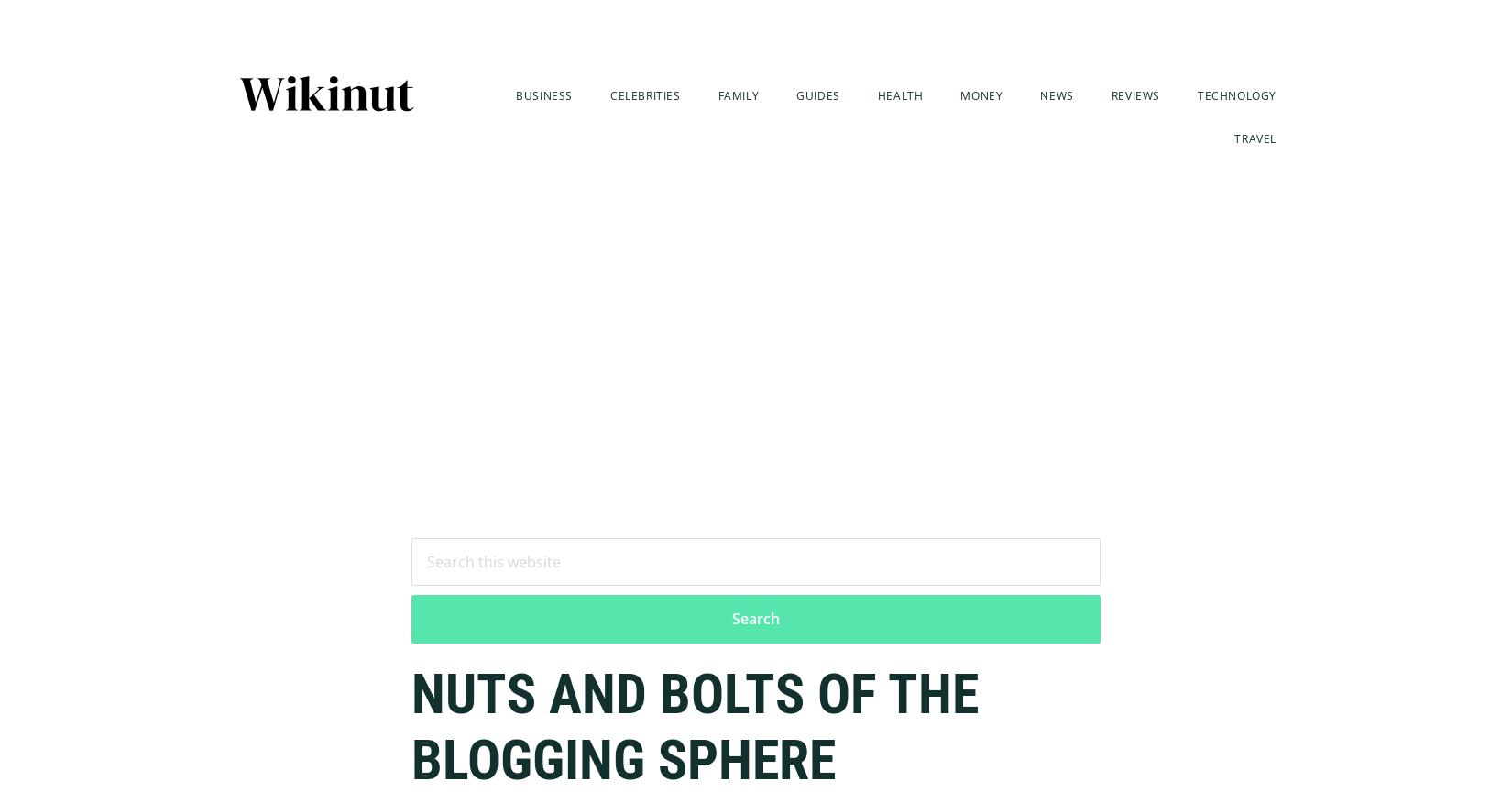 This screenshot has height=804, width=1512. I want to click on 'Money', so click(981, 94).